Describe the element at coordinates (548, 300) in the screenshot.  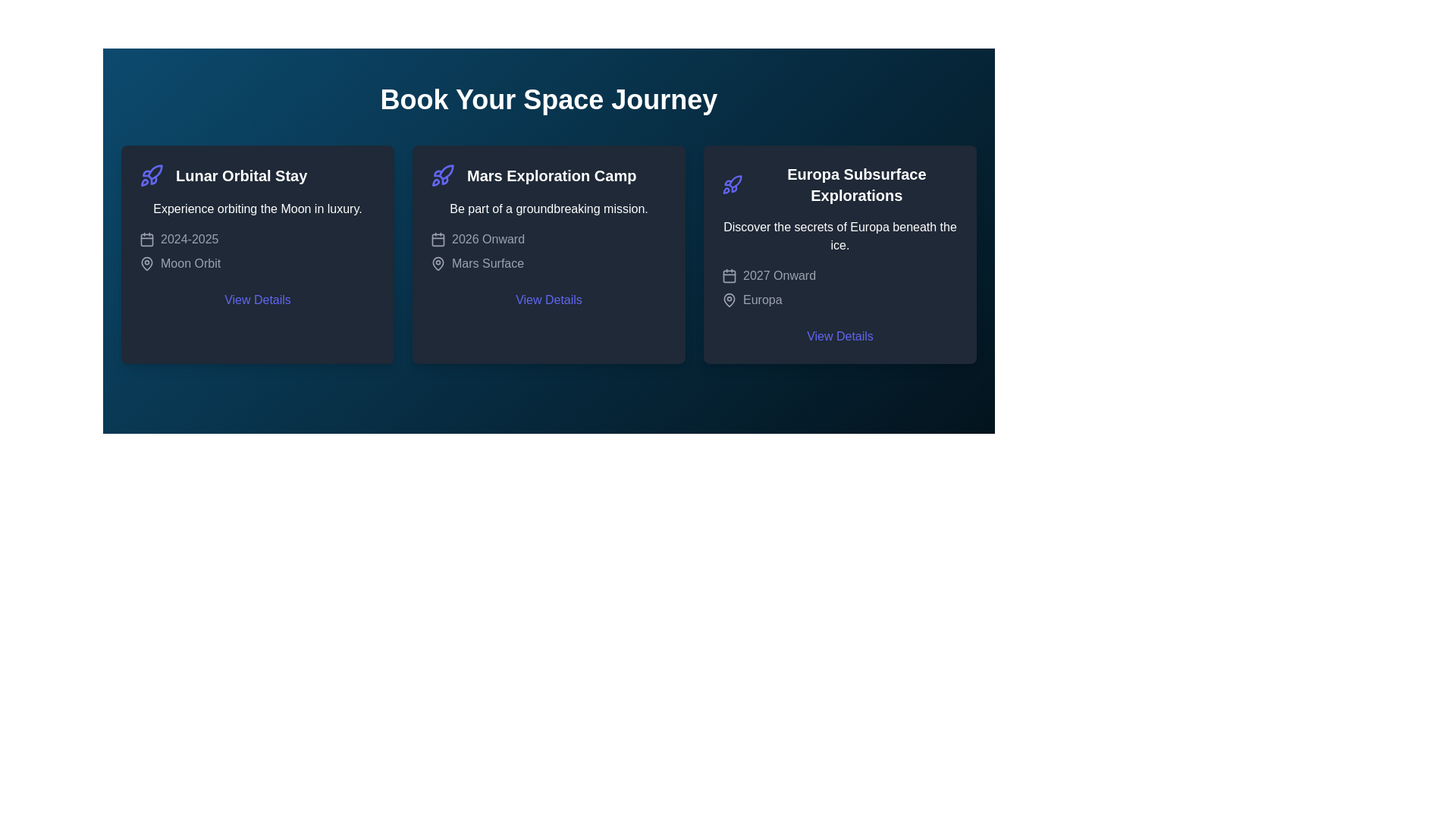
I see `the blue hyperlinked text 'View Details' at the bottom of the 'Mars Exploration Camp' card` at that location.